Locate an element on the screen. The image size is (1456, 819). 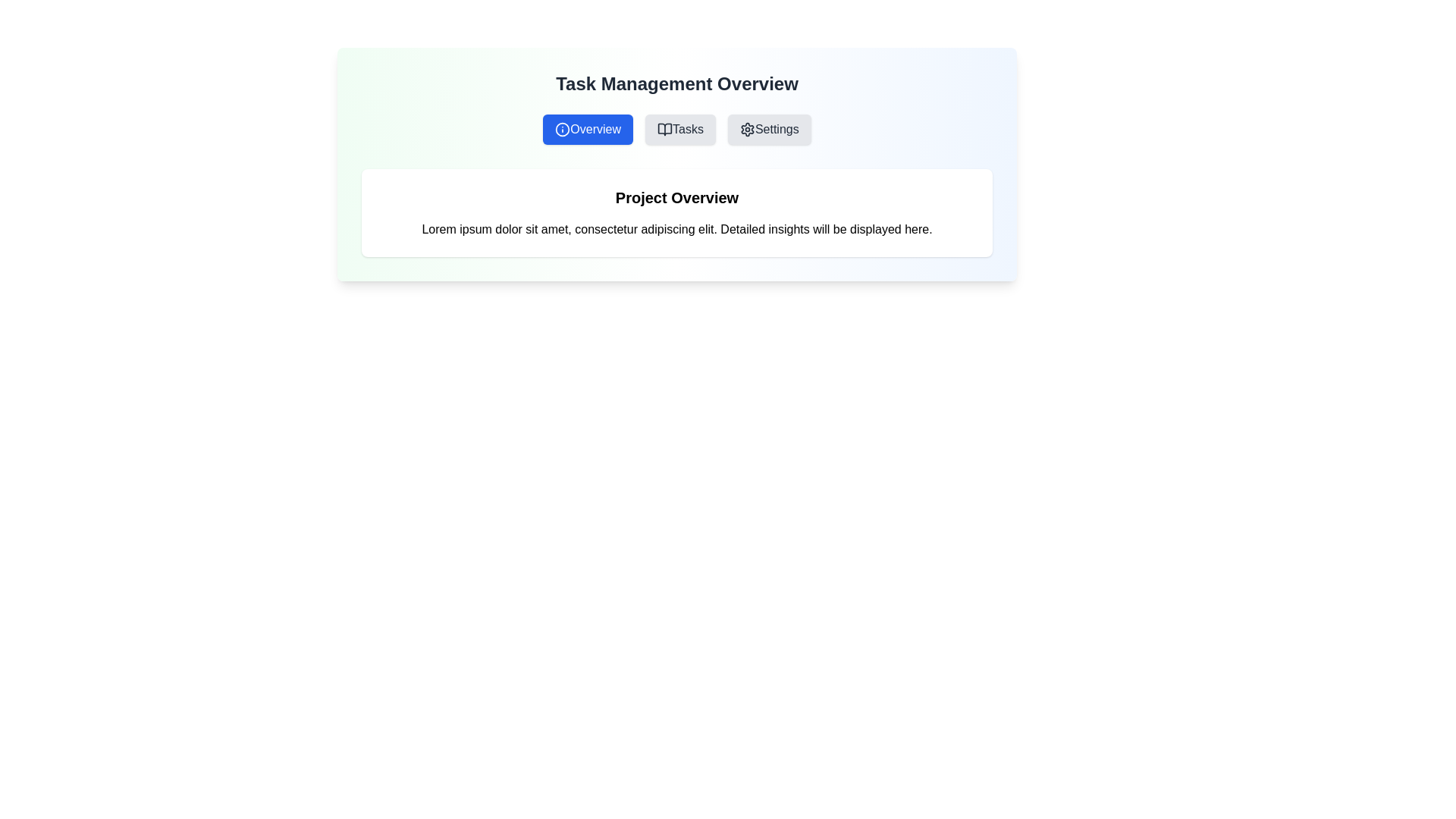
displayed information from the rectangular content box labeled 'Project Overview' with a white background and padding located below the 'Overview,' 'Tasks,' and 'Settings' buttons is located at coordinates (676, 213).